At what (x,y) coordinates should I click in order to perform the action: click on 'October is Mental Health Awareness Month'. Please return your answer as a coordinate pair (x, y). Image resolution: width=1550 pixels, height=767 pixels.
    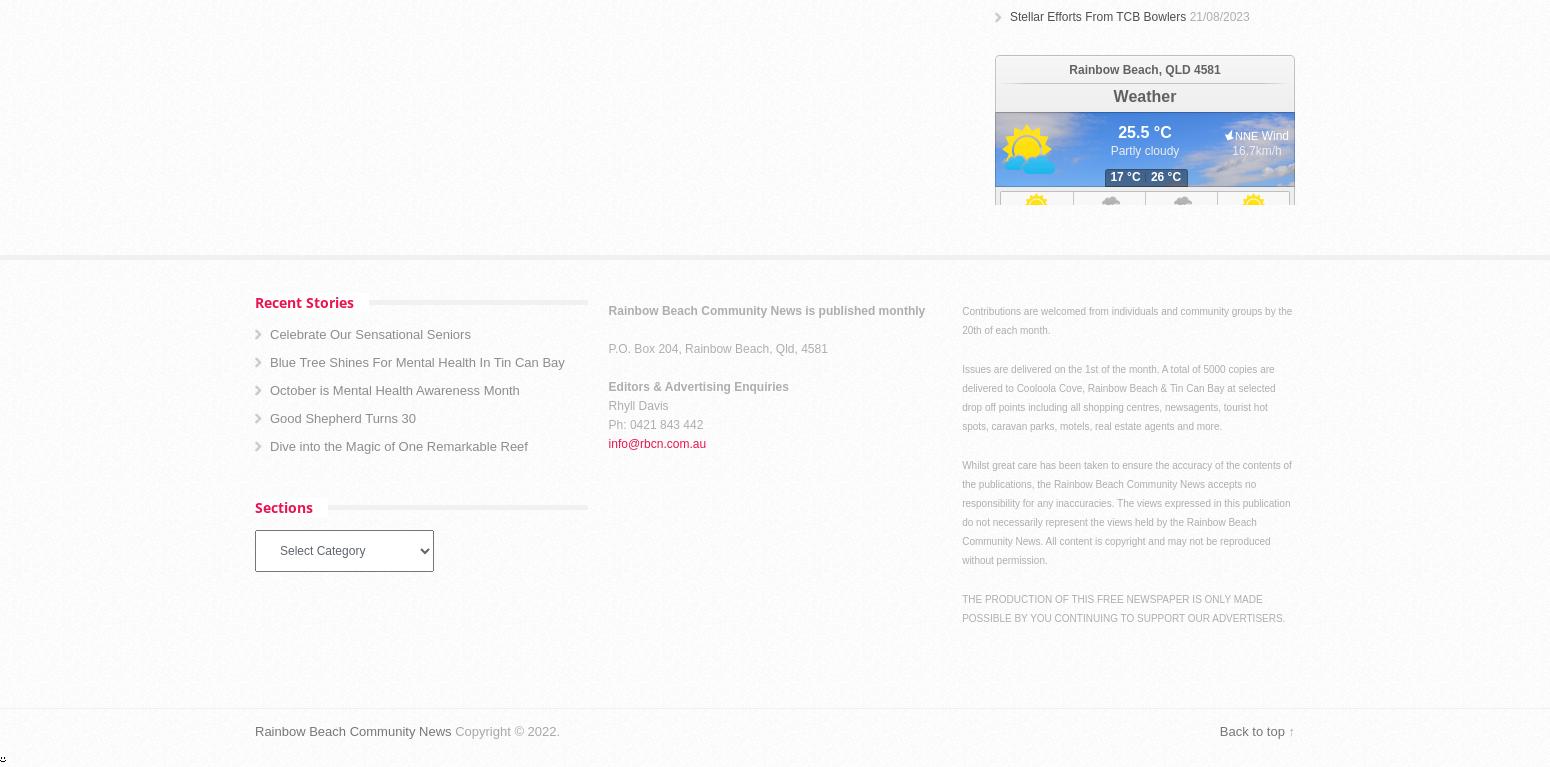
    Looking at the image, I should click on (270, 389).